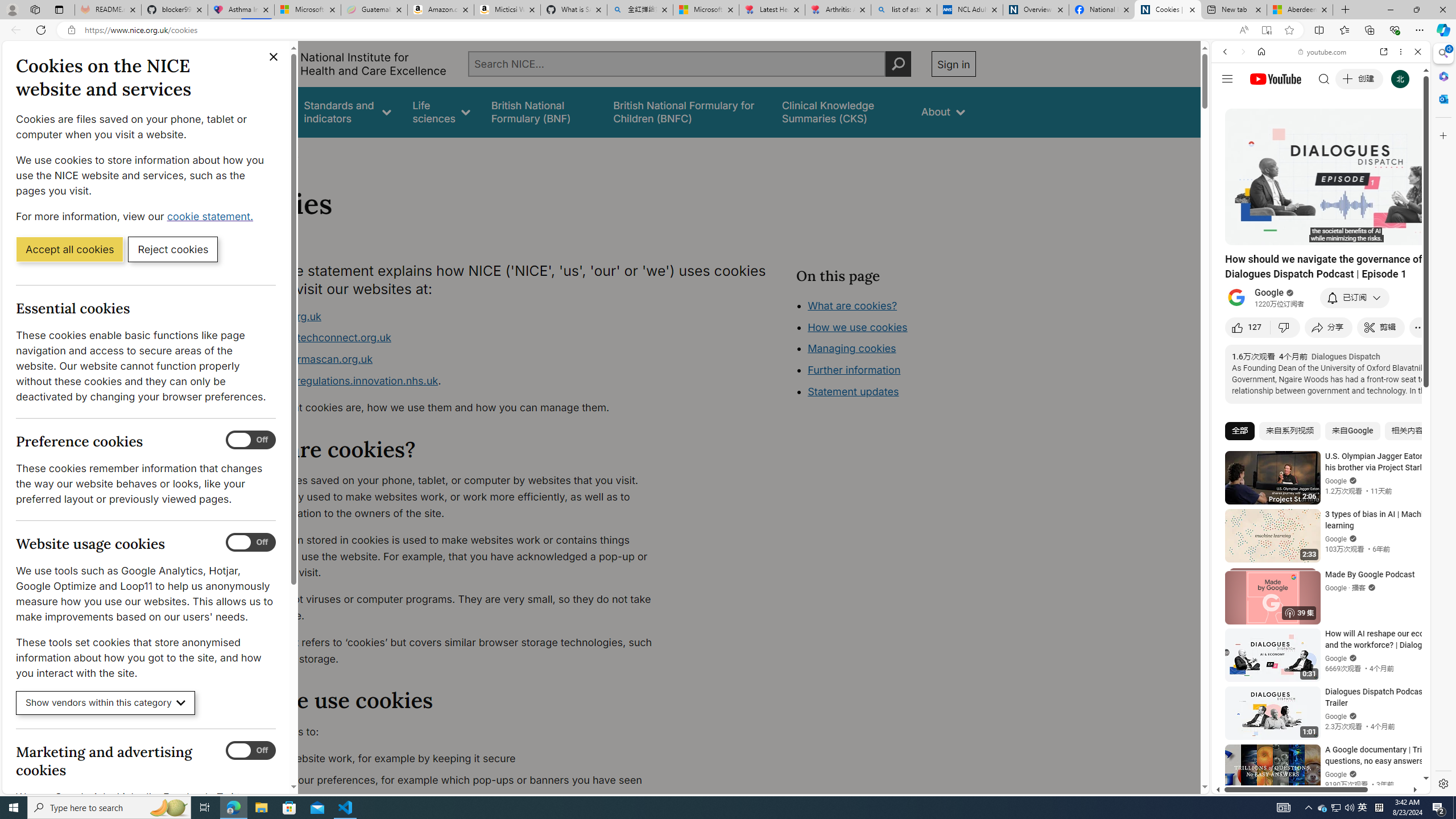 This screenshot has width=1456, height=819. What do you see at coordinates (885, 349) in the screenshot?
I see `'Class: in-page-nav__list'` at bounding box center [885, 349].